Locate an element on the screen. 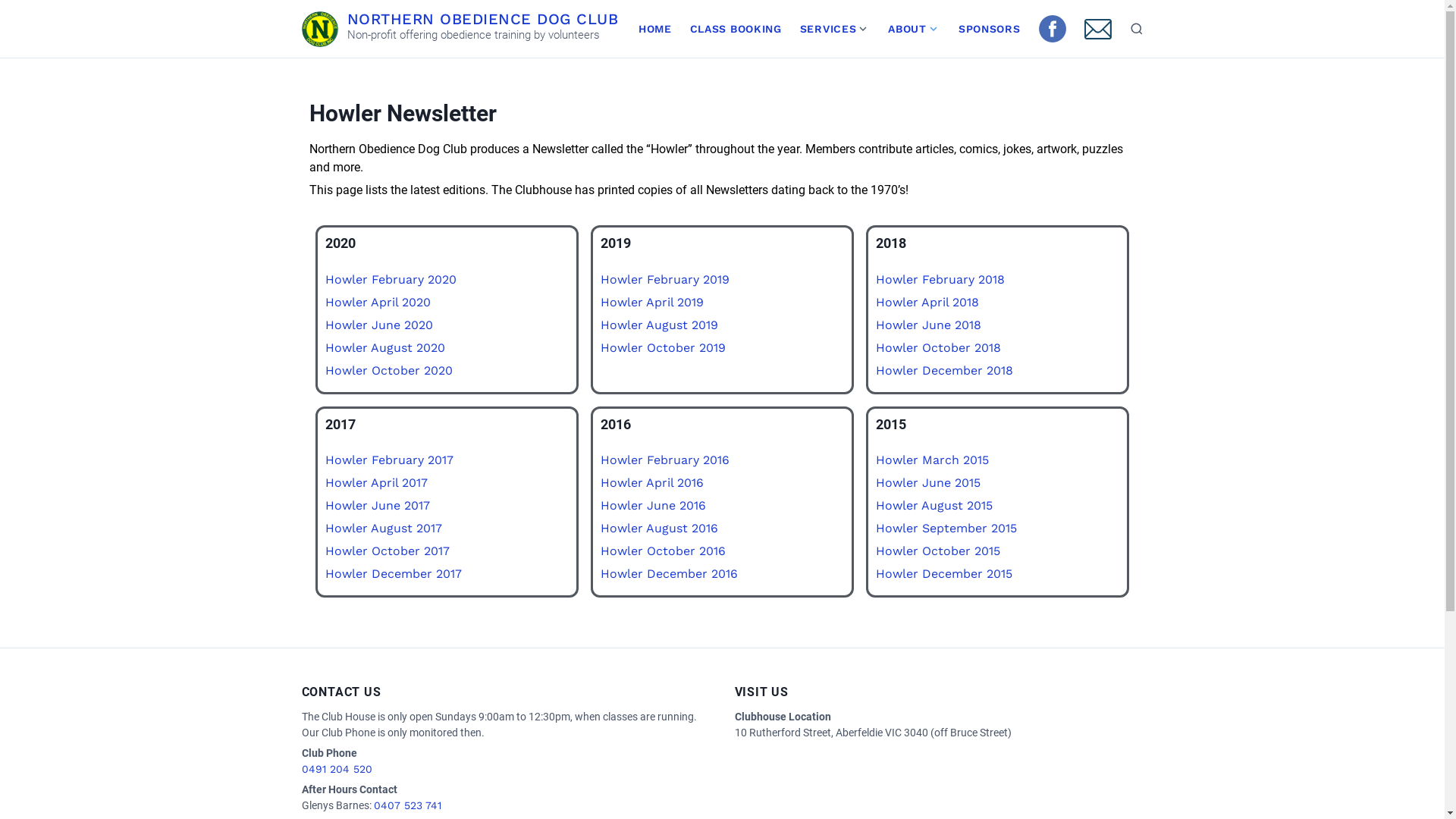 This screenshot has width=1456, height=819. 'Howler June 2020' is located at coordinates (323, 323).